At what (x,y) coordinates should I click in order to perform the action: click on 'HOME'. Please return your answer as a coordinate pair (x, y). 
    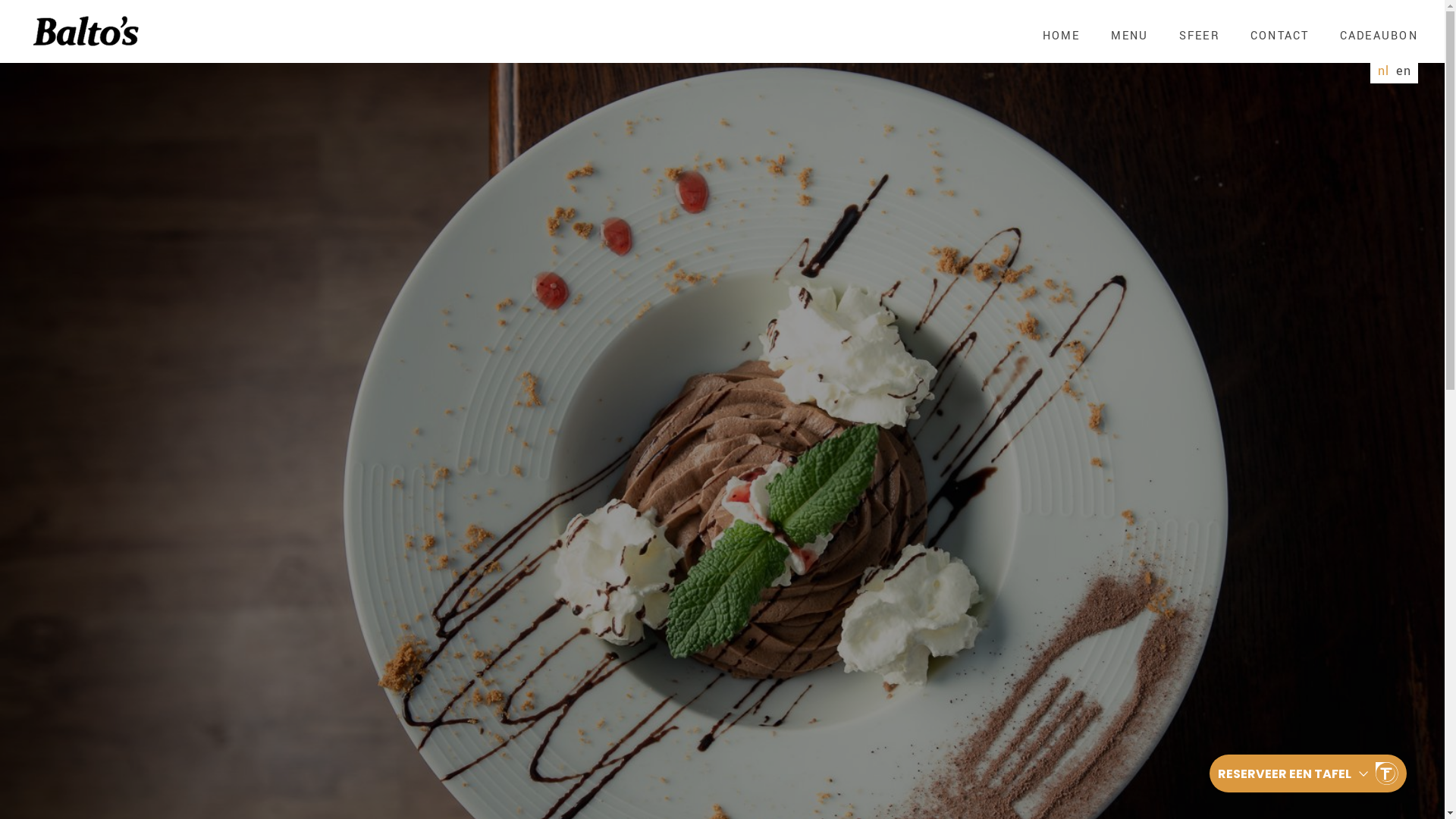
    Looking at the image, I should click on (1041, 35).